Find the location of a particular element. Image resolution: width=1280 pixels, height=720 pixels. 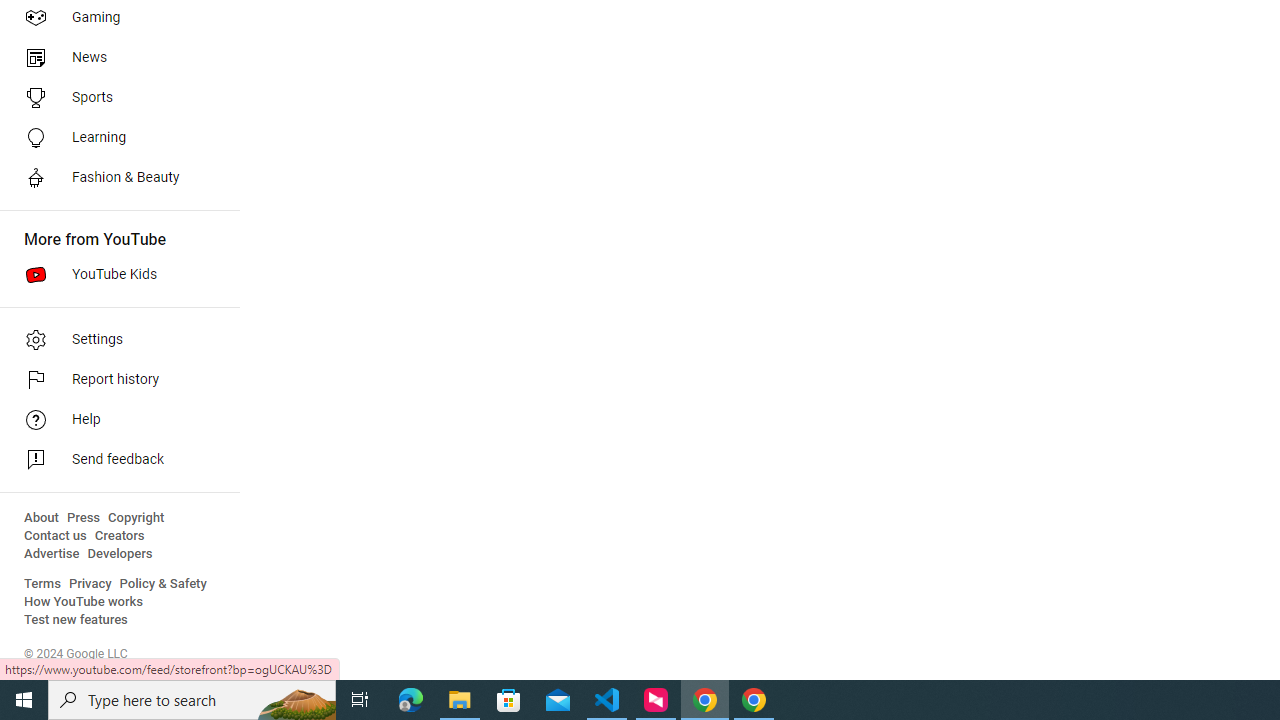

'Send feedback' is located at coordinates (112, 460).